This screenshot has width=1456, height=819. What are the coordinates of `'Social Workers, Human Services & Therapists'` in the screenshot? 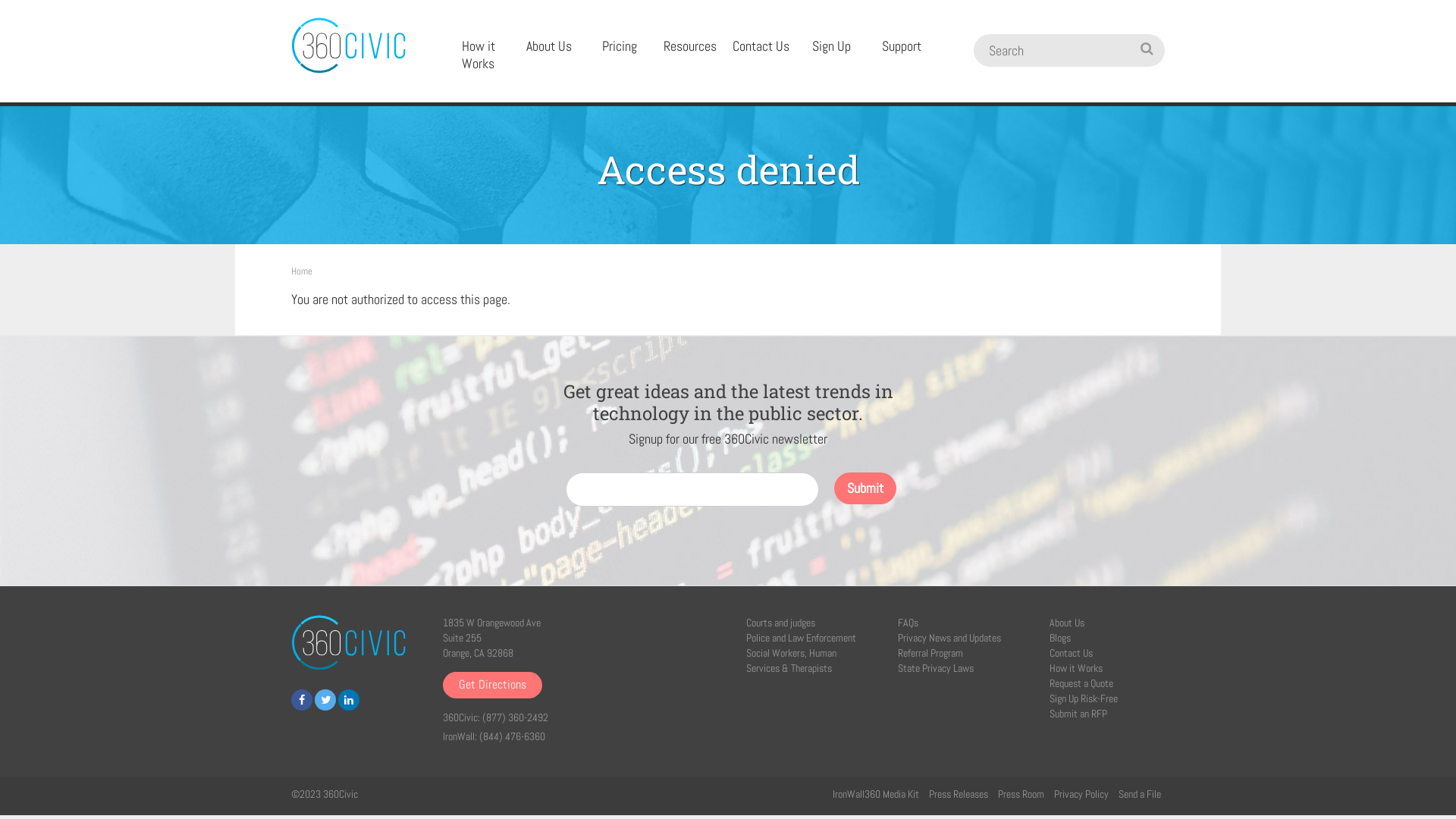 It's located at (790, 660).